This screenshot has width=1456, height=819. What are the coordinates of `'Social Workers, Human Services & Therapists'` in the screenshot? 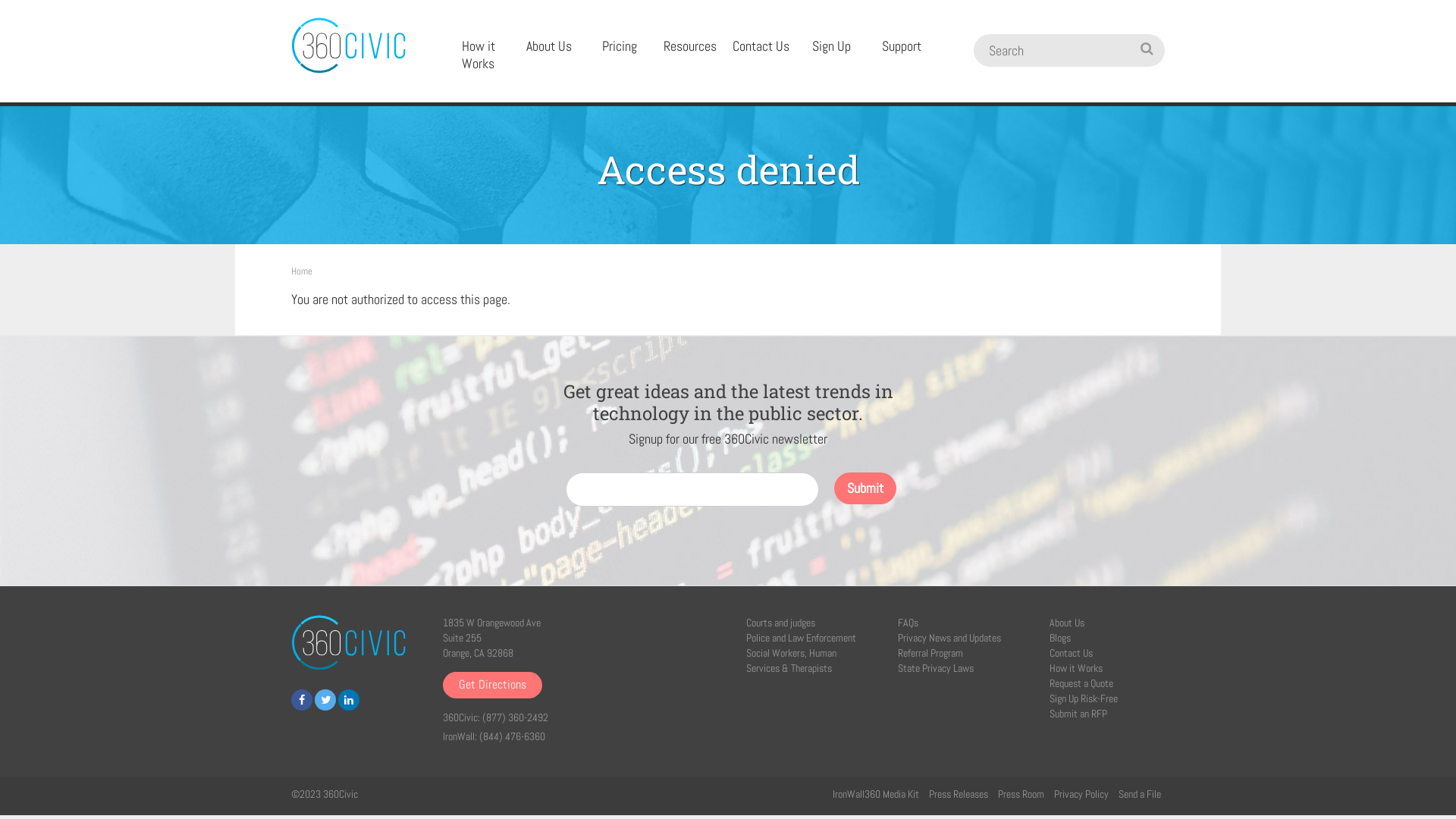 It's located at (790, 660).